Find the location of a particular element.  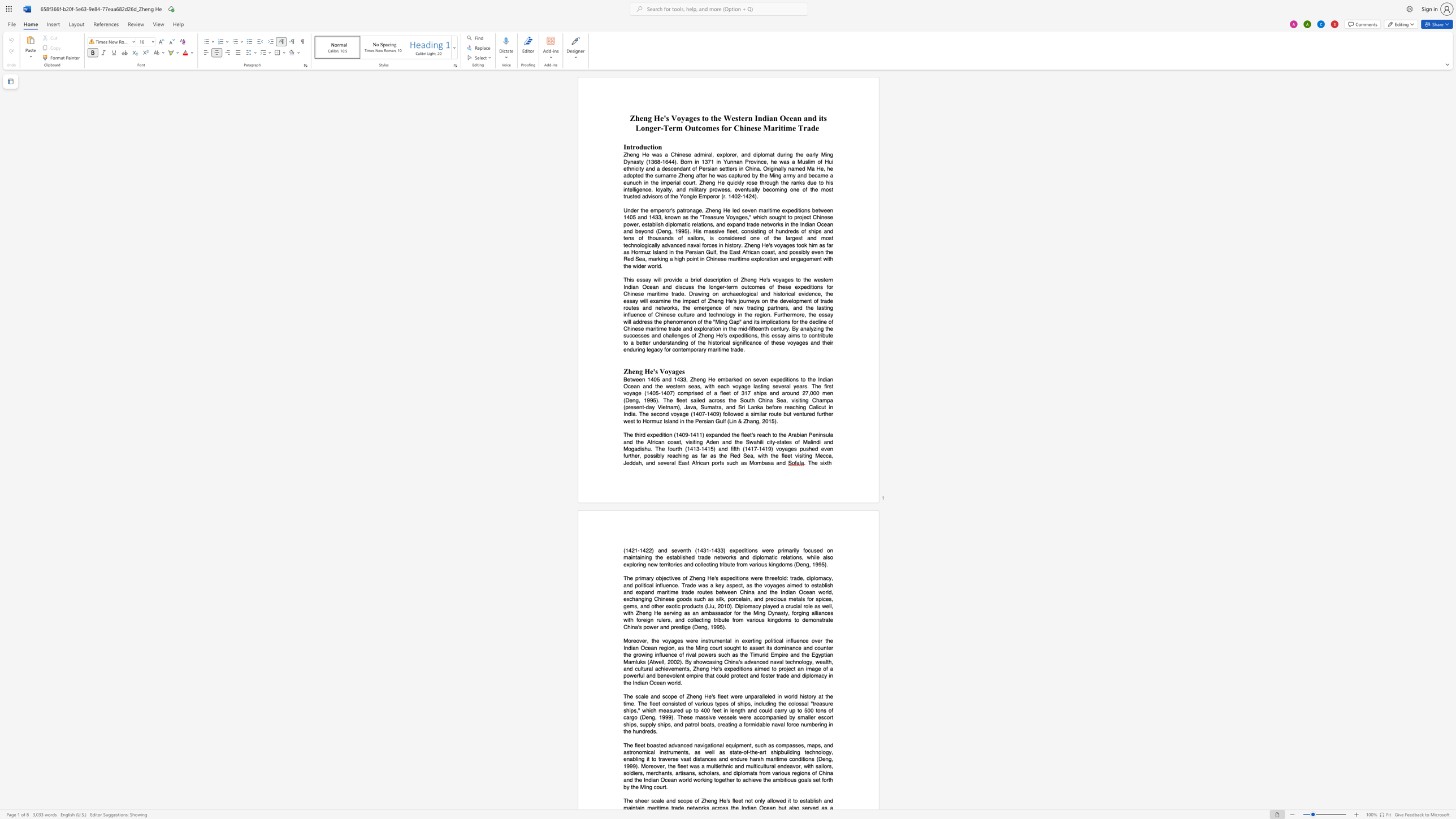

the subset text "ologically advan" within the text "diplomatic relations, and expand trade networks in the Indian Ocean and beyond (Deng, 1995). His massive fleet, consisting of hundreds of ships and tens of thousands of sailors, is considered one of the largest and most technologically advanced naval forces in history. Zheng He" is located at coordinates (637, 245).